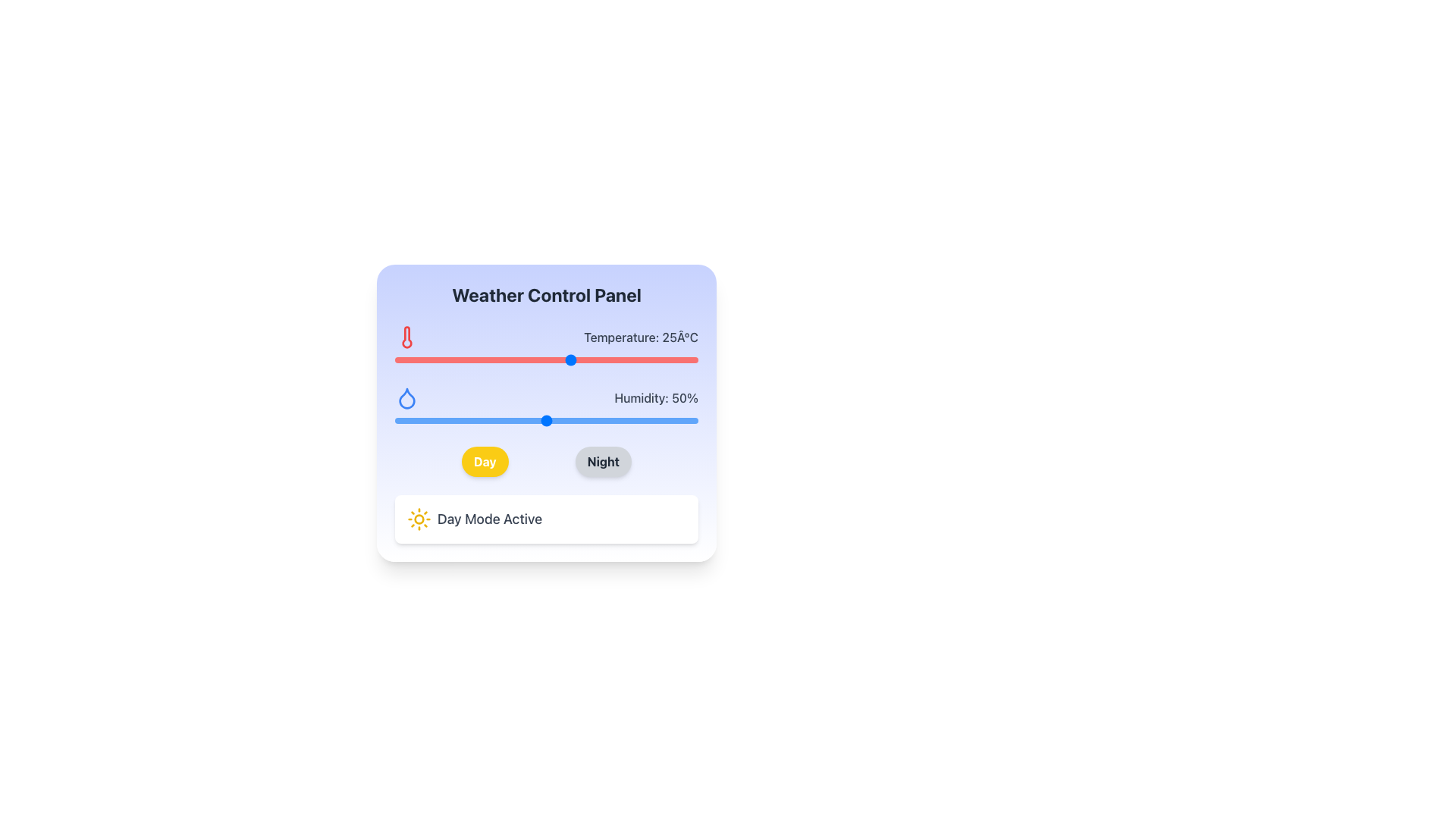 This screenshot has height=819, width=1456. I want to click on the text label displaying 'Day Mode Active' which is located next to a sun icon in the Weather Control Panel, so click(490, 519).